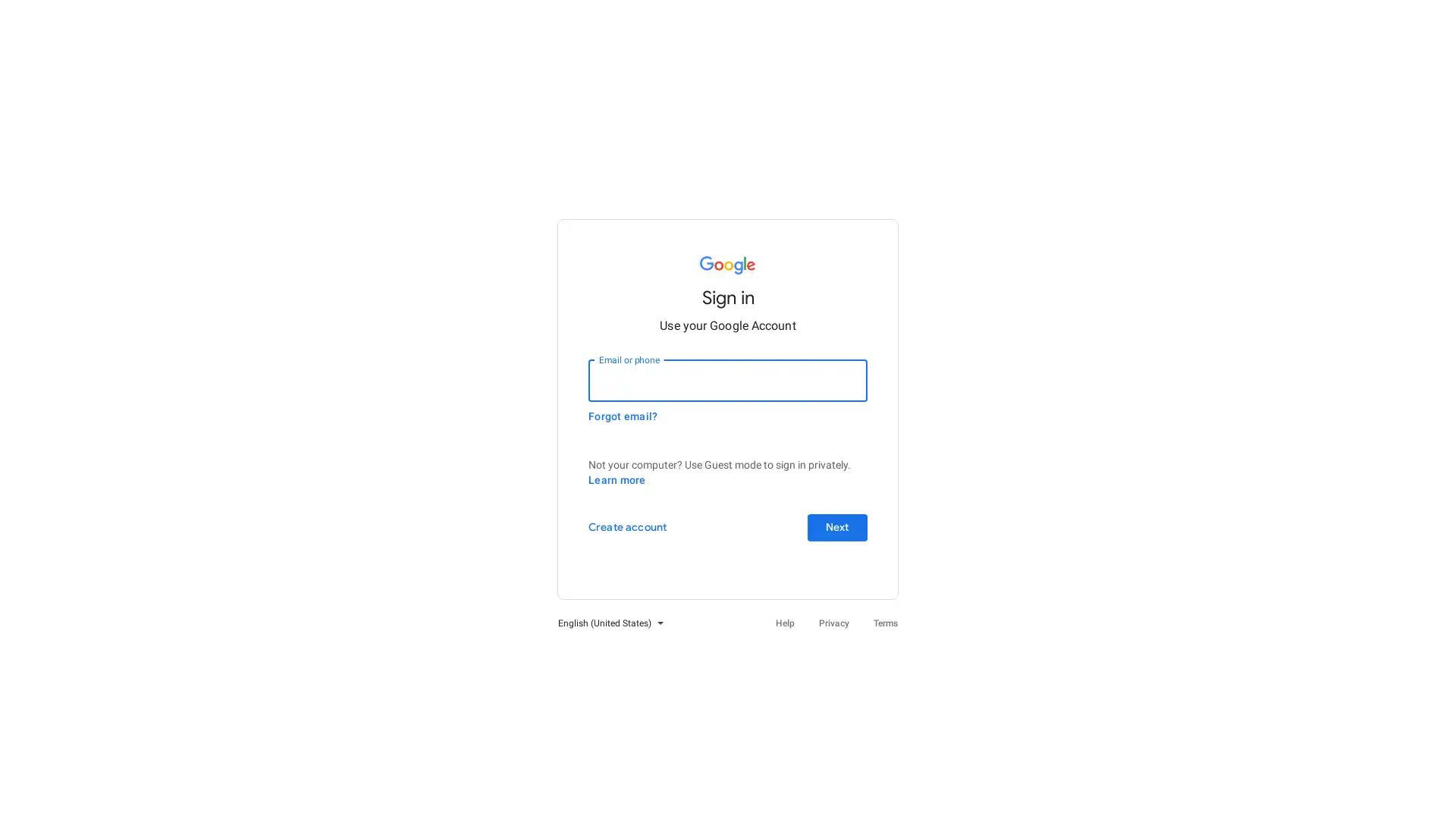  Describe the element at coordinates (836, 526) in the screenshot. I see `Next` at that location.